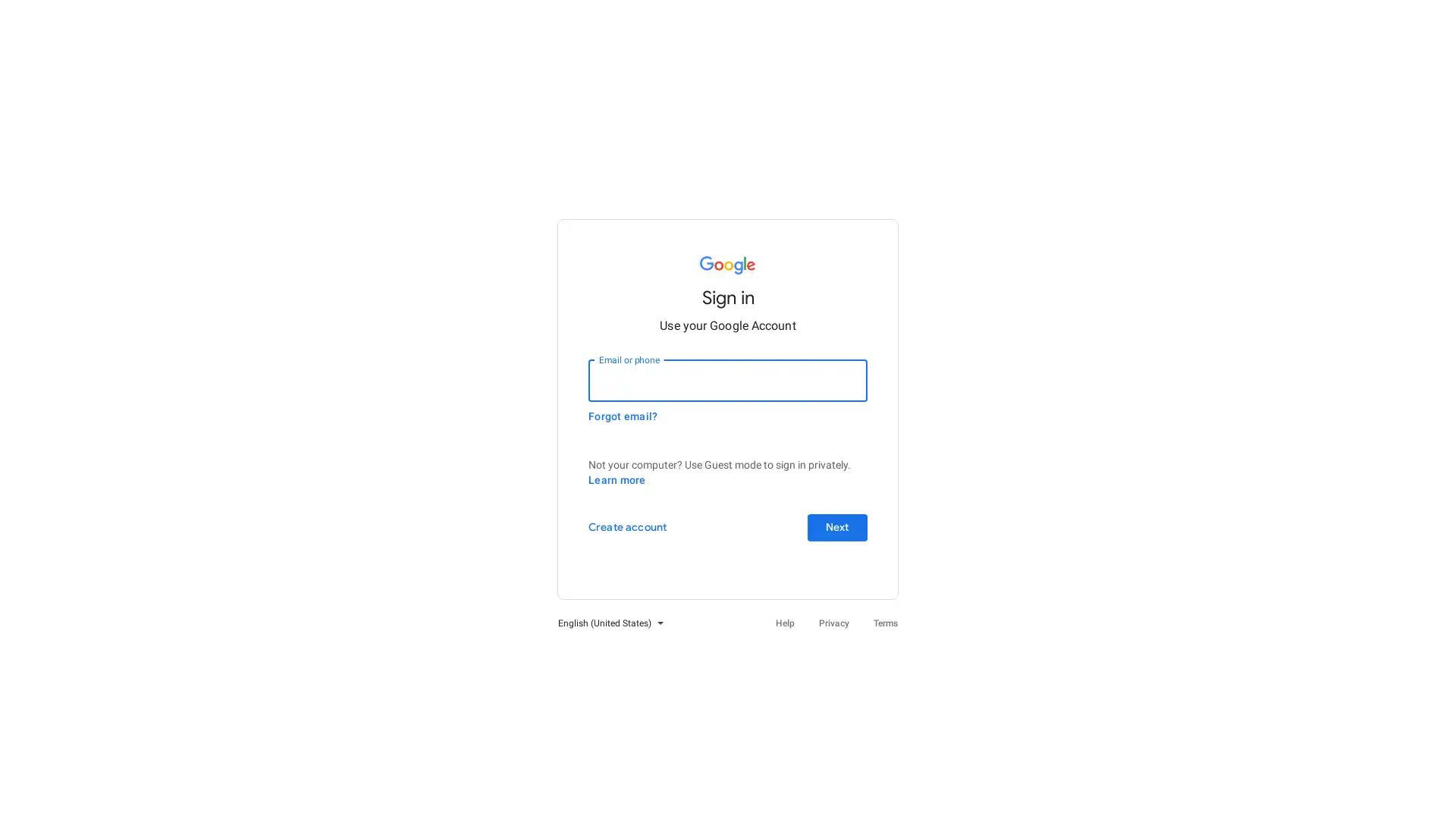  Describe the element at coordinates (836, 526) in the screenshot. I see `Next` at that location.